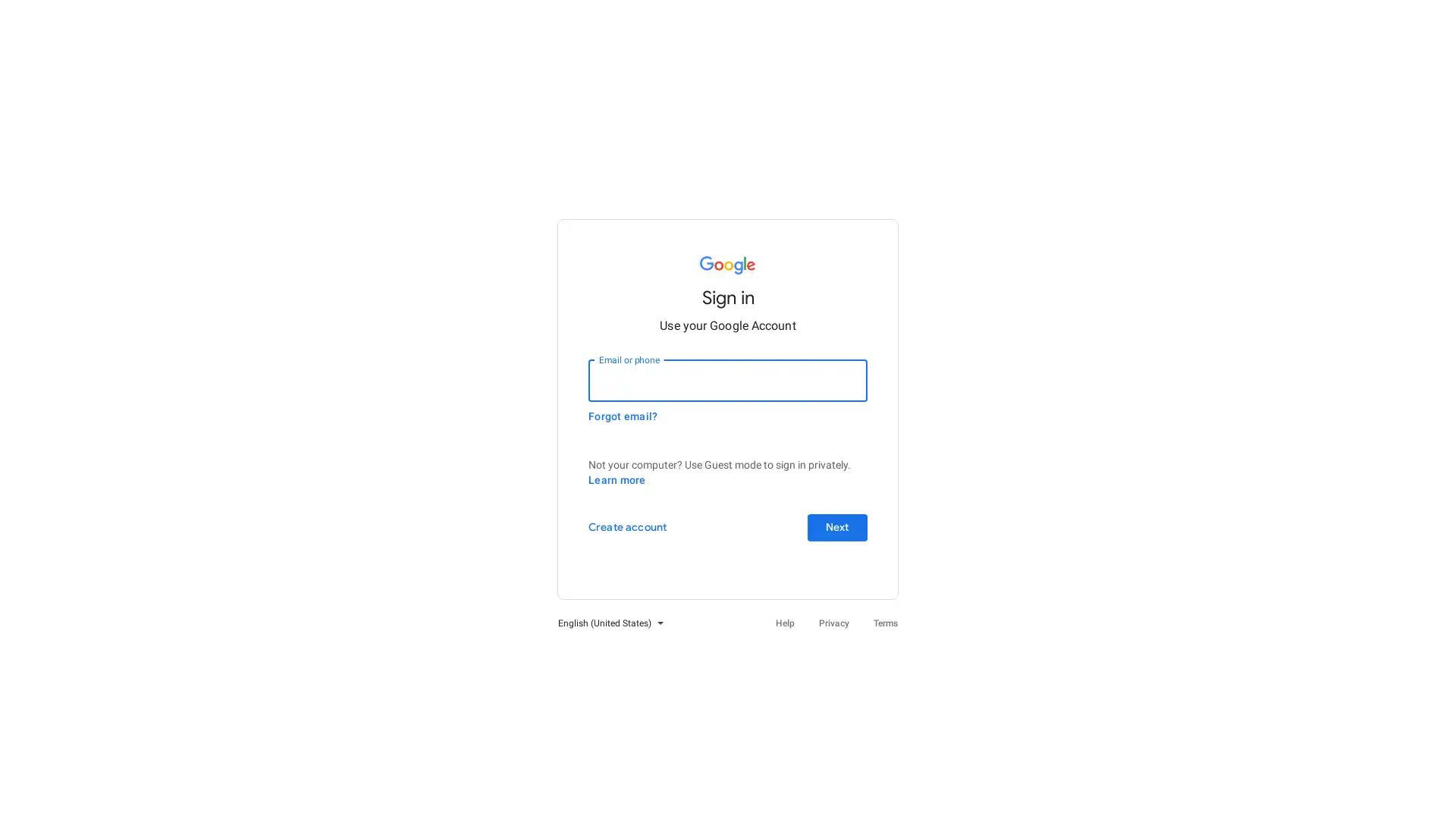  Describe the element at coordinates (836, 526) in the screenshot. I see `Next` at that location.